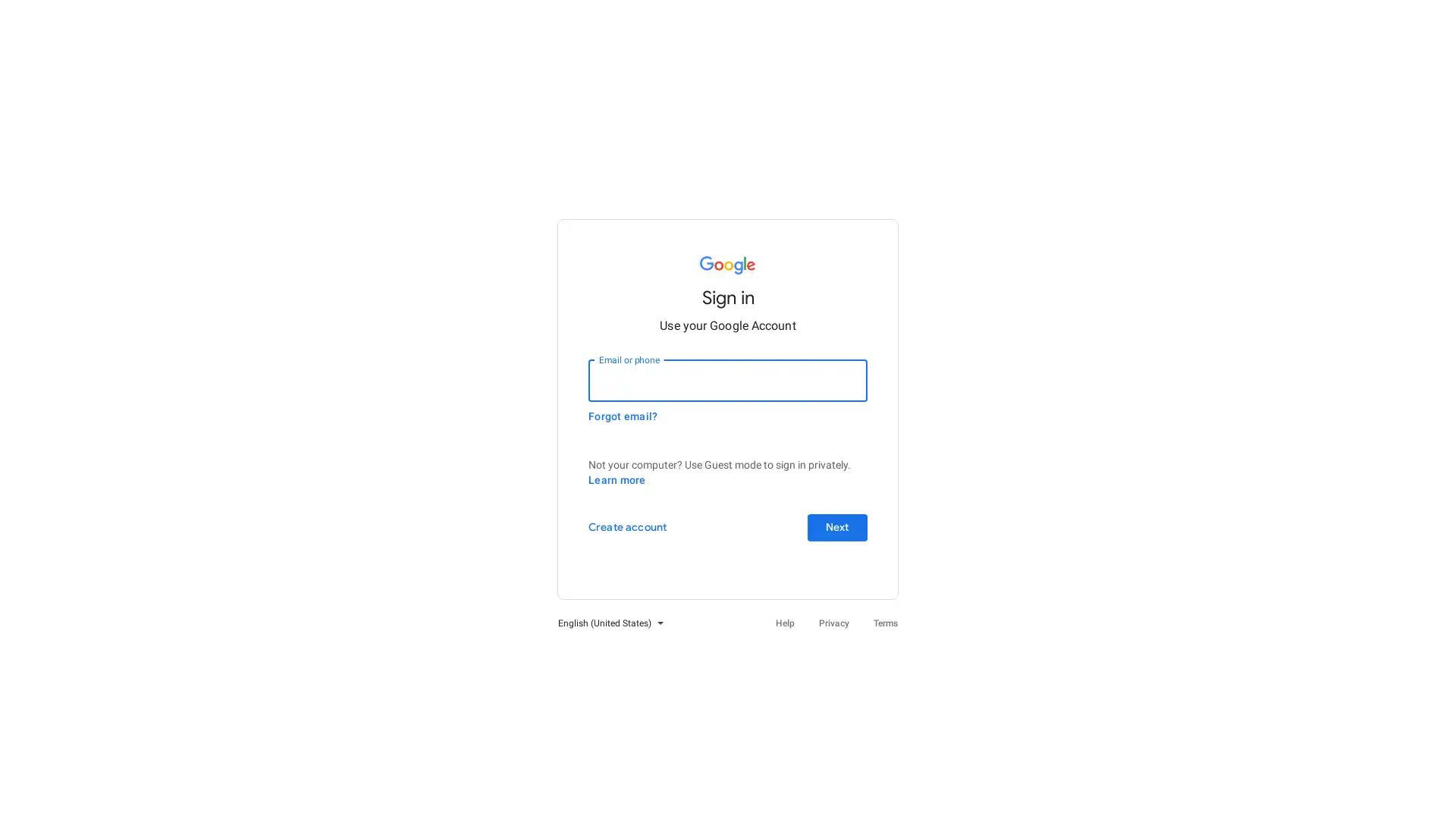  Describe the element at coordinates (836, 526) in the screenshot. I see `Next` at that location.